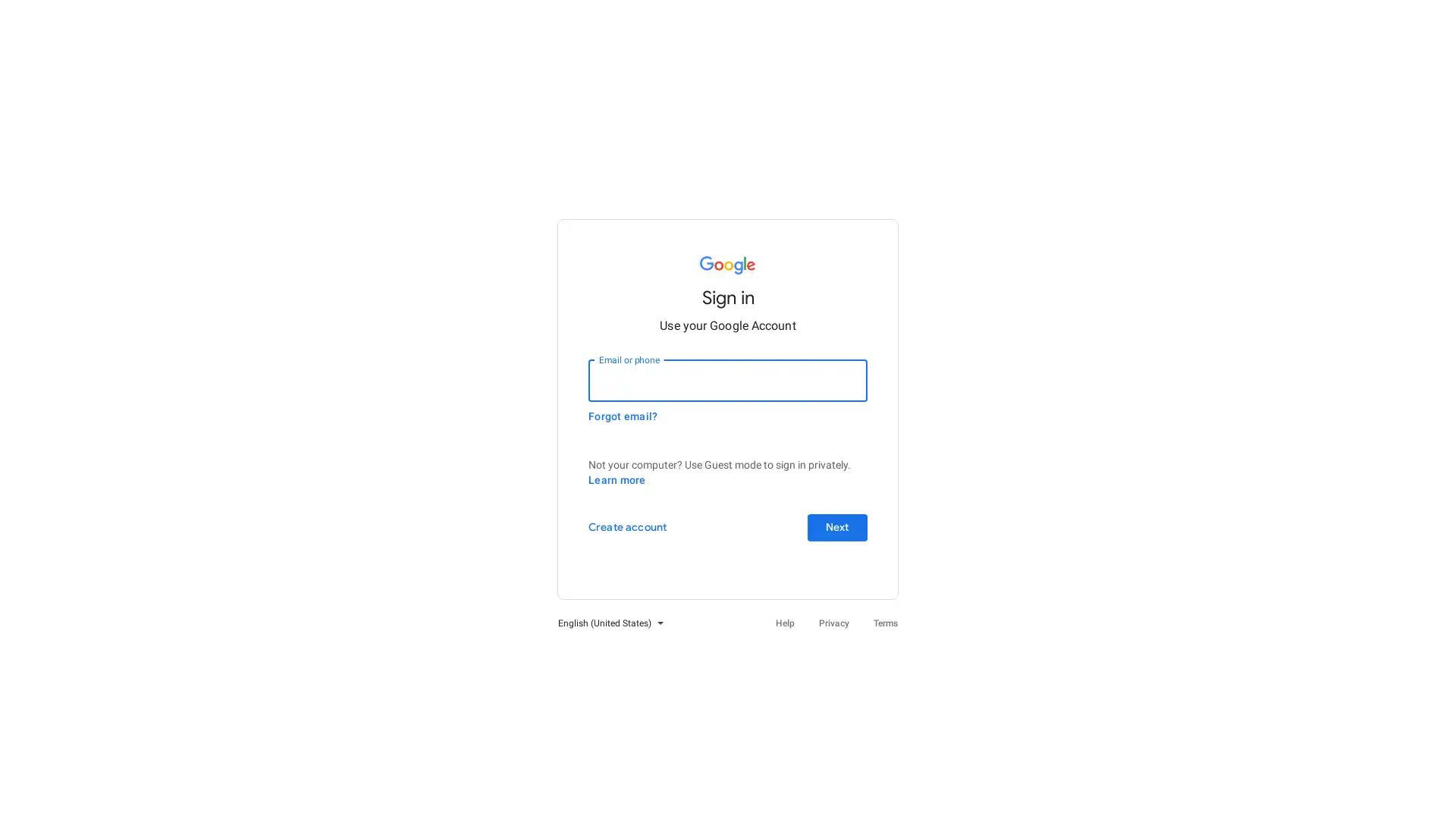  Describe the element at coordinates (836, 526) in the screenshot. I see `Next` at that location.